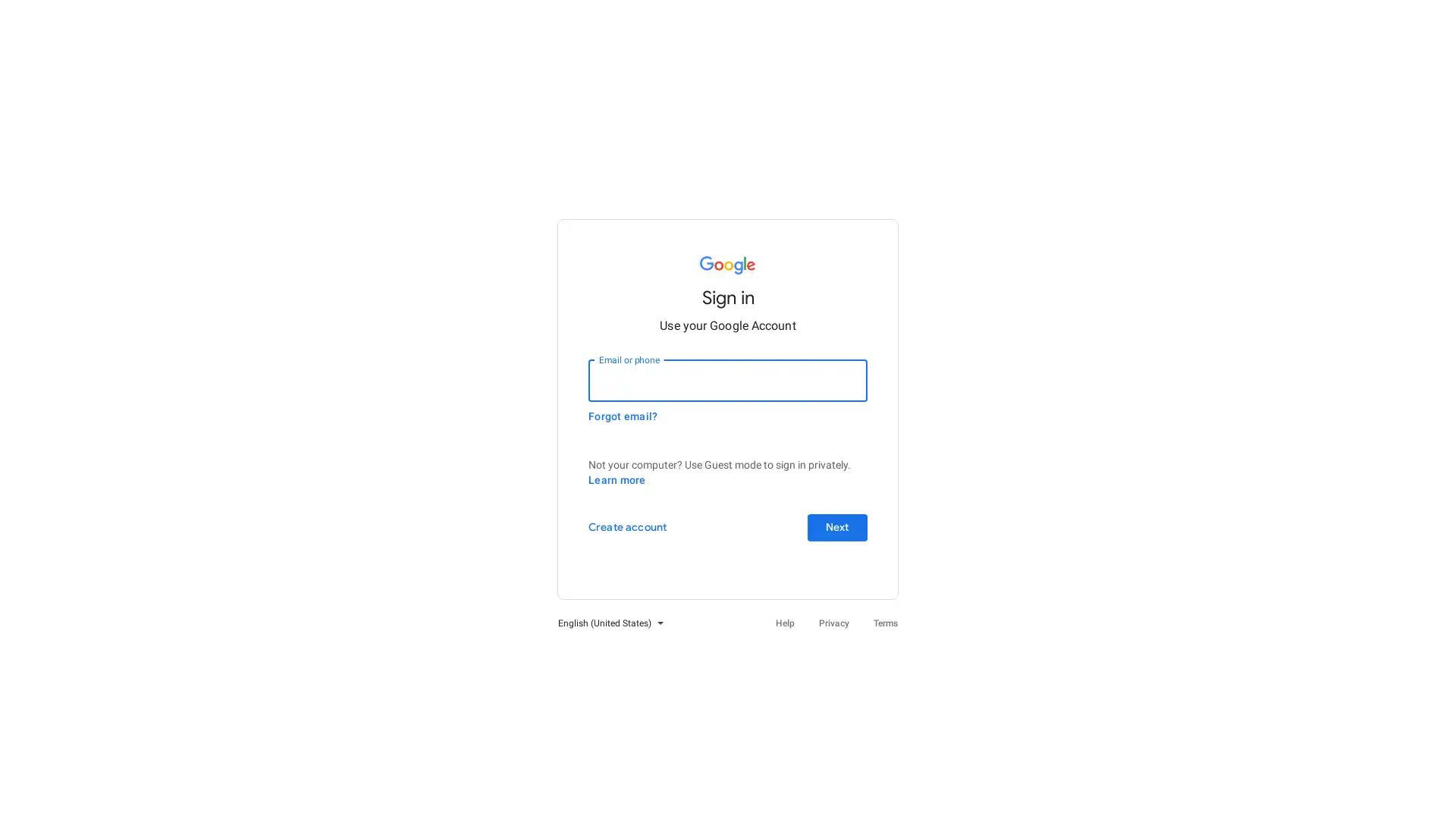  Describe the element at coordinates (836, 526) in the screenshot. I see `Next` at that location.